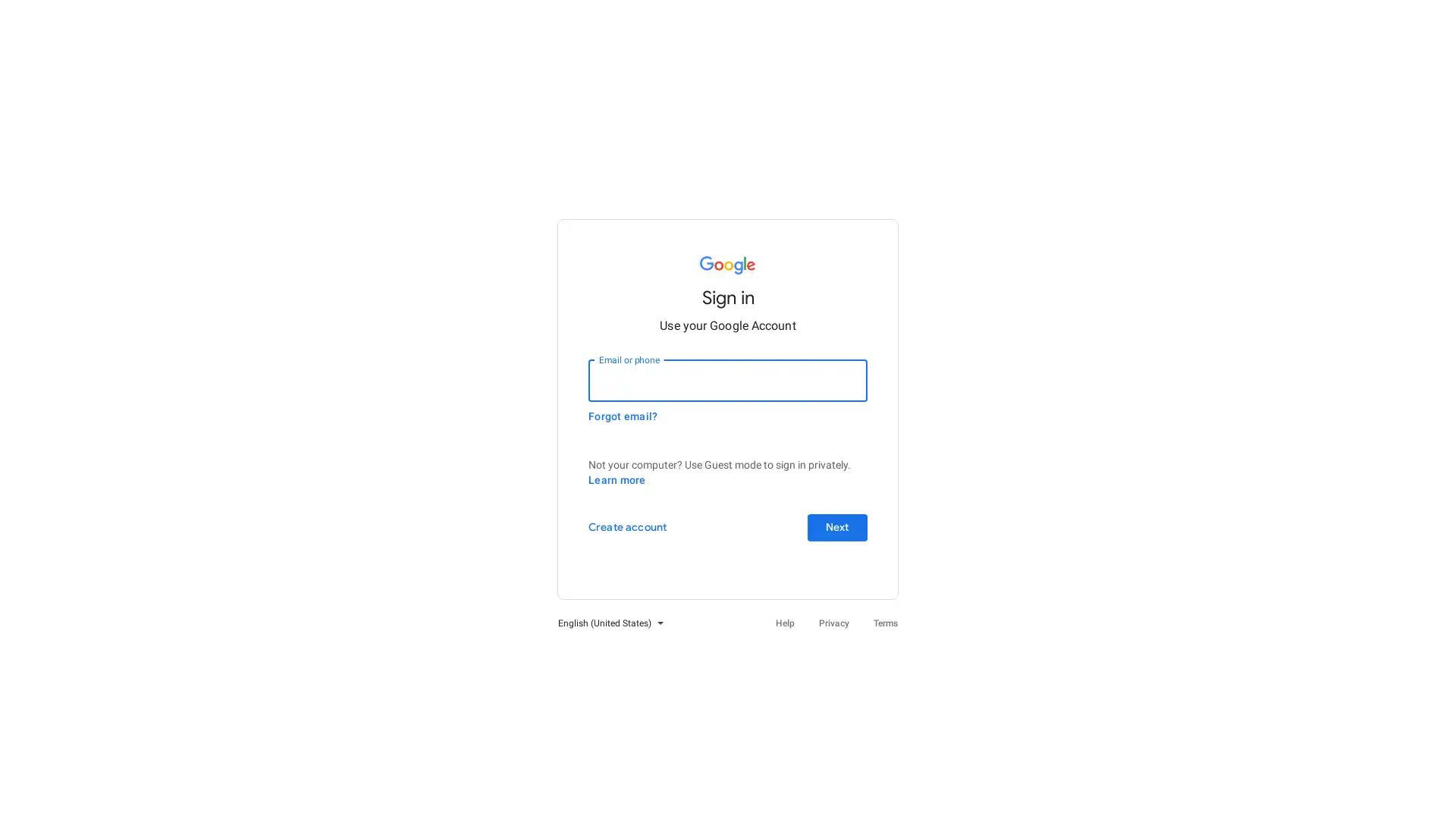  Describe the element at coordinates (836, 526) in the screenshot. I see `Next` at that location.